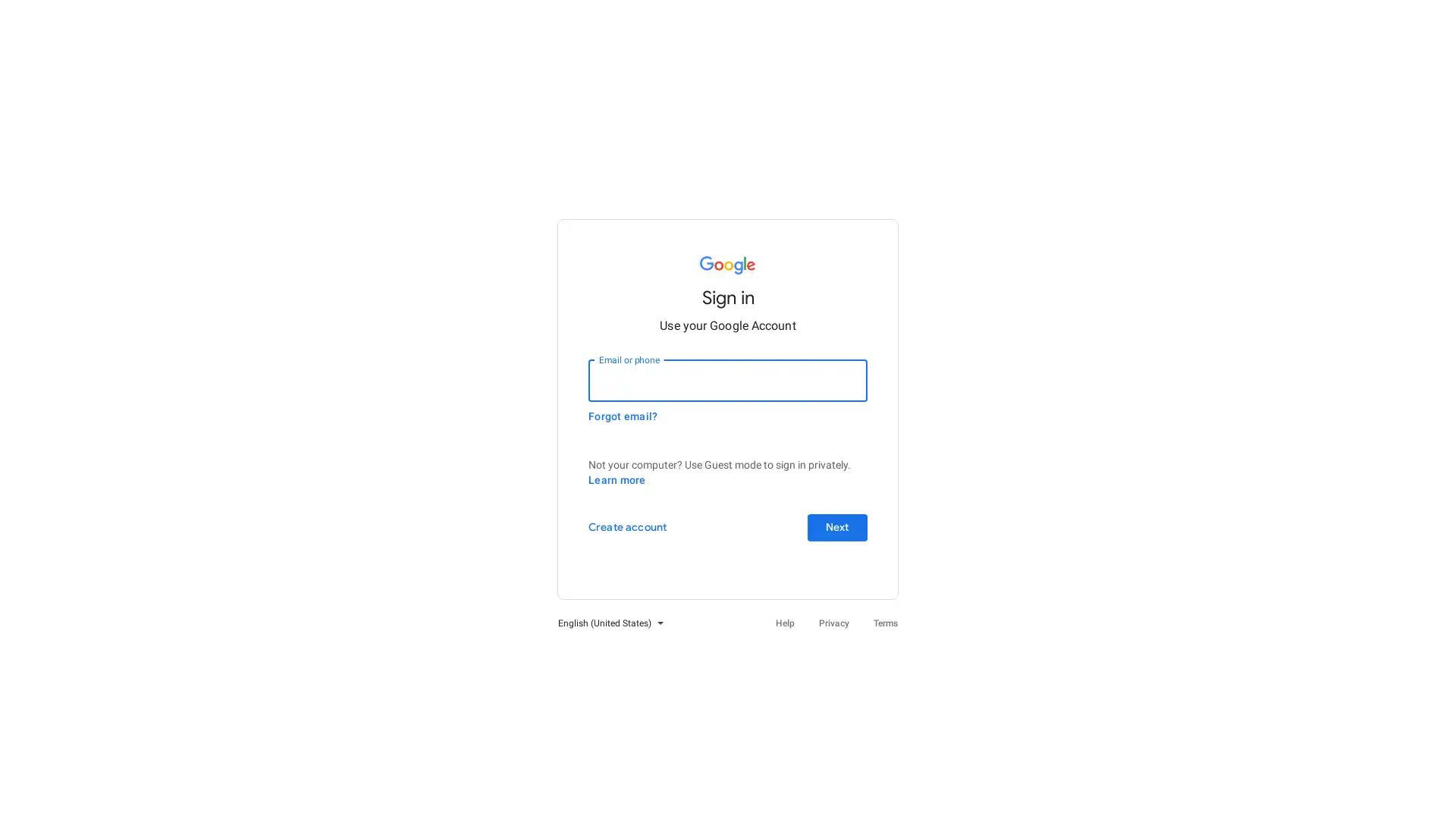  Describe the element at coordinates (836, 526) in the screenshot. I see `Next` at that location.